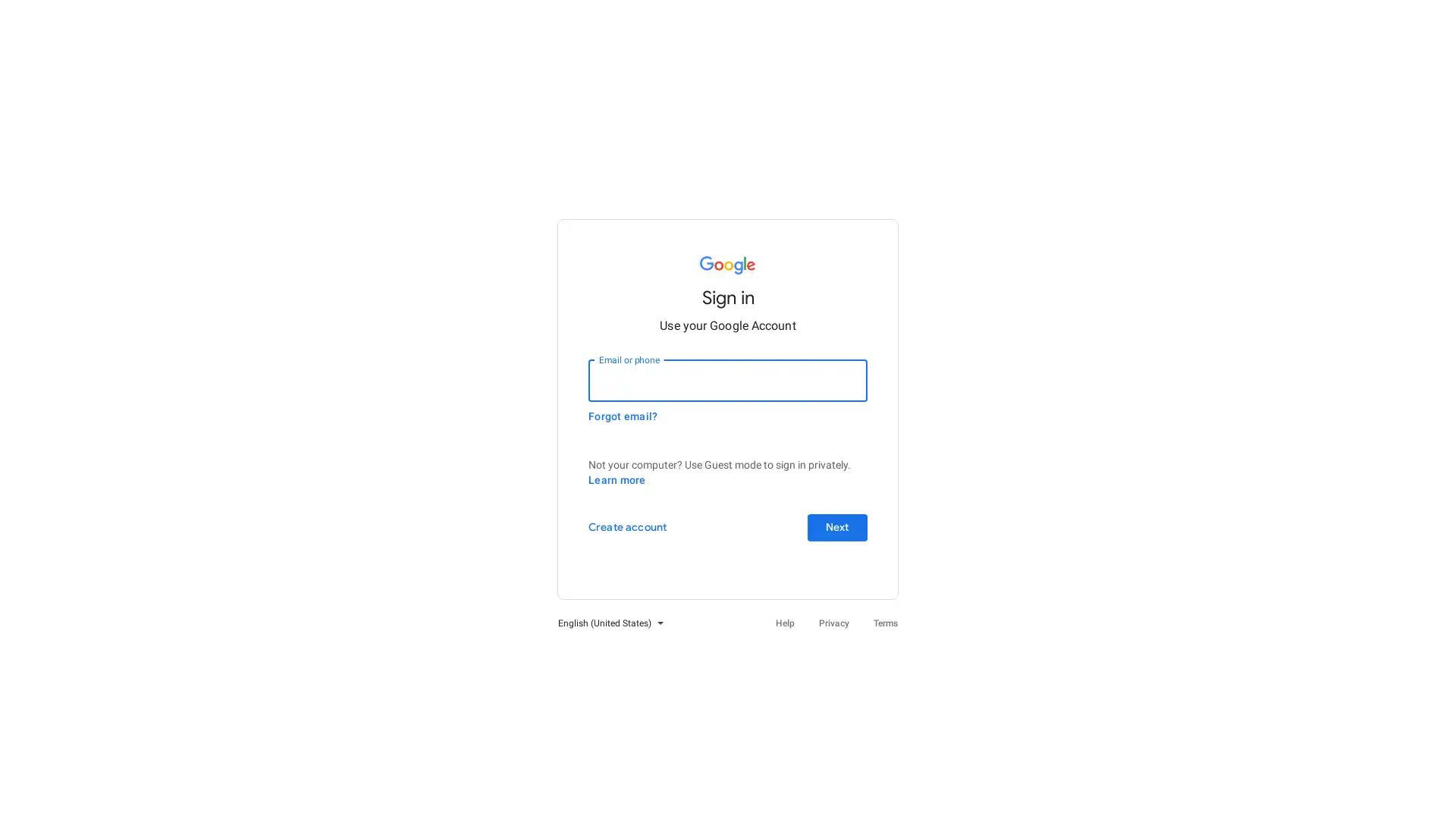  Describe the element at coordinates (836, 526) in the screenshot. I see `Next` at that location.